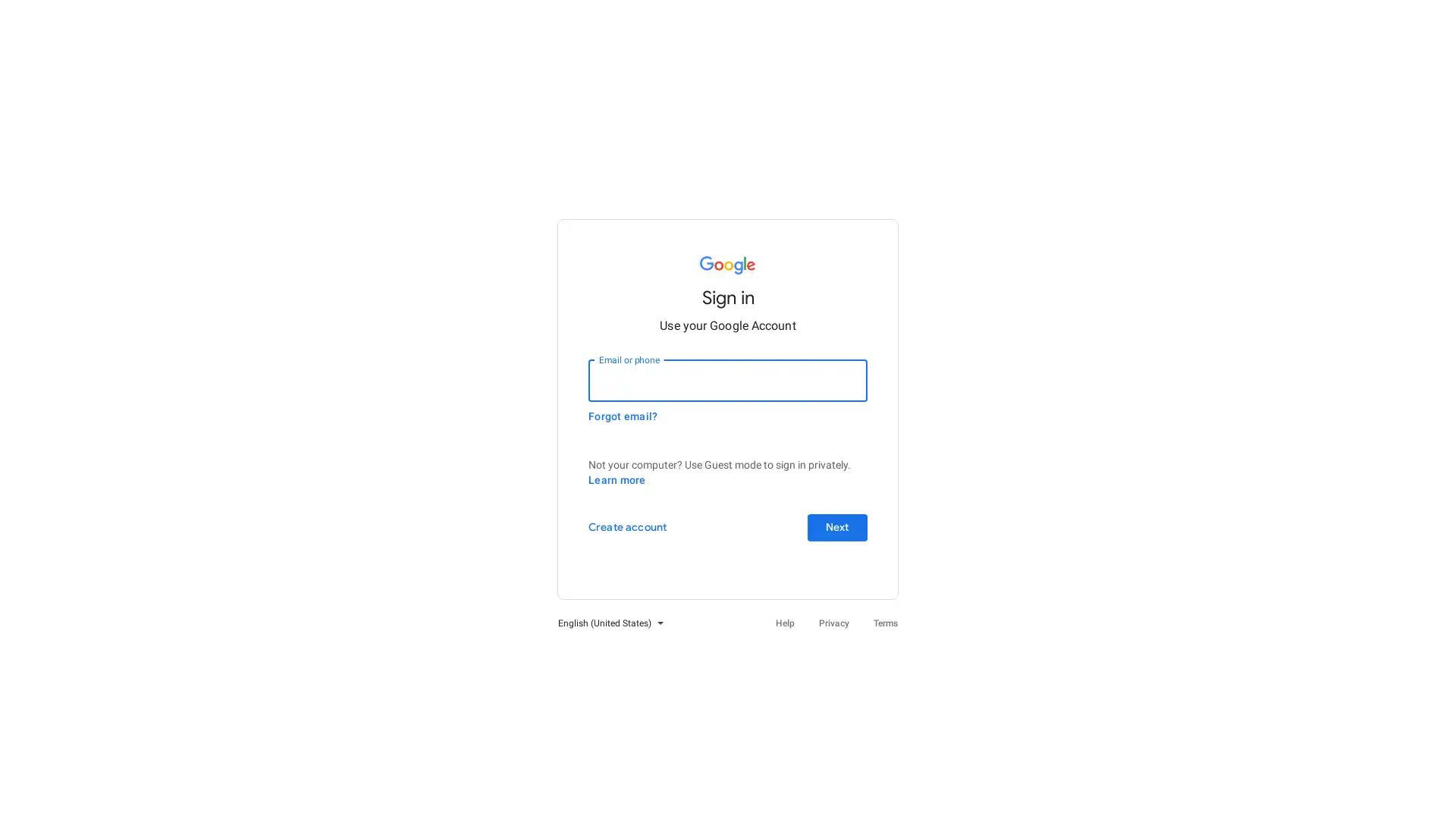  Describe the element at coordinates (836, 526) in the screenshot. I see `Next` at that location.